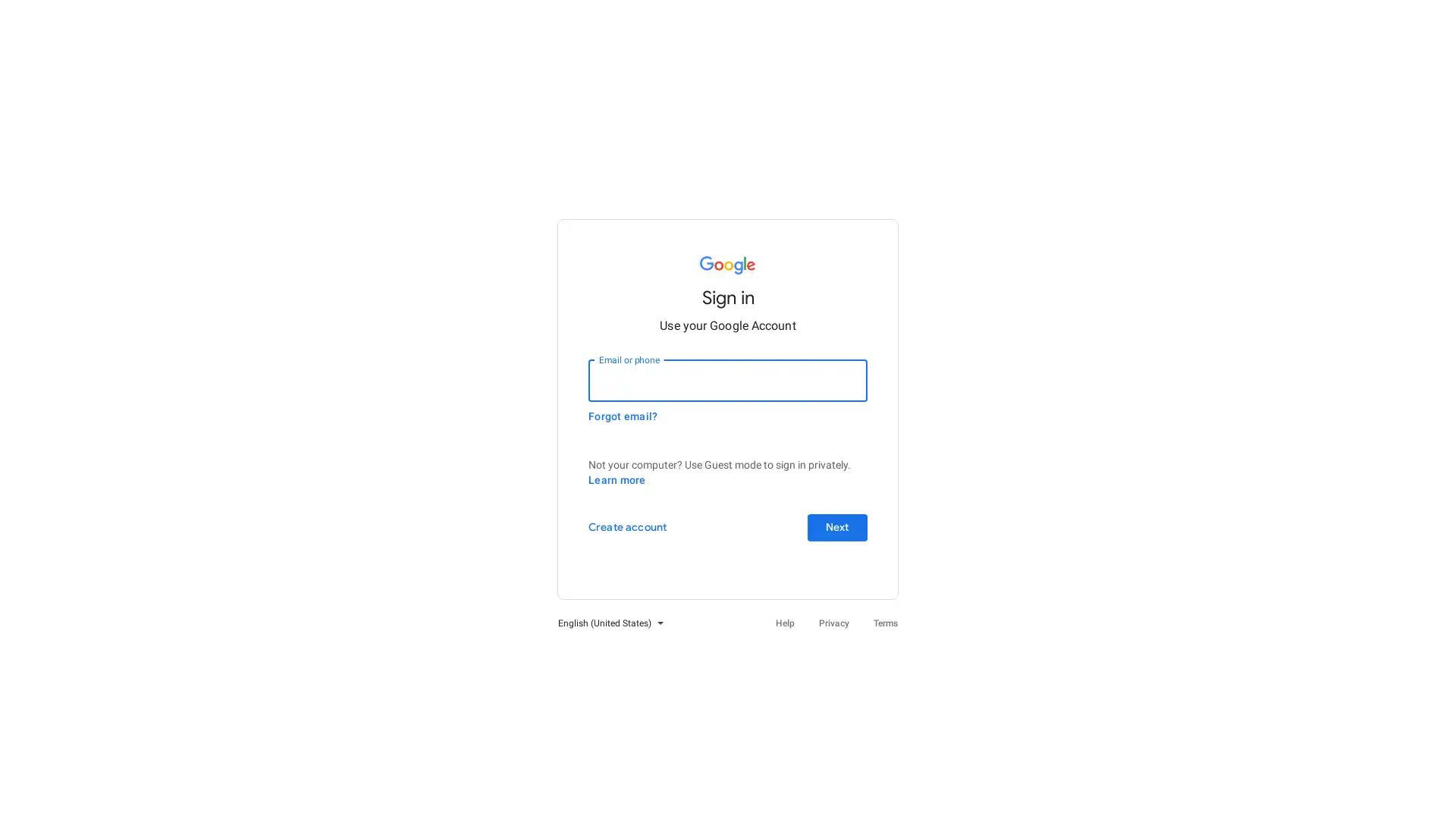  Describe the element at coordinates (836, 526) in the screenshot. I see `Next` at that location.